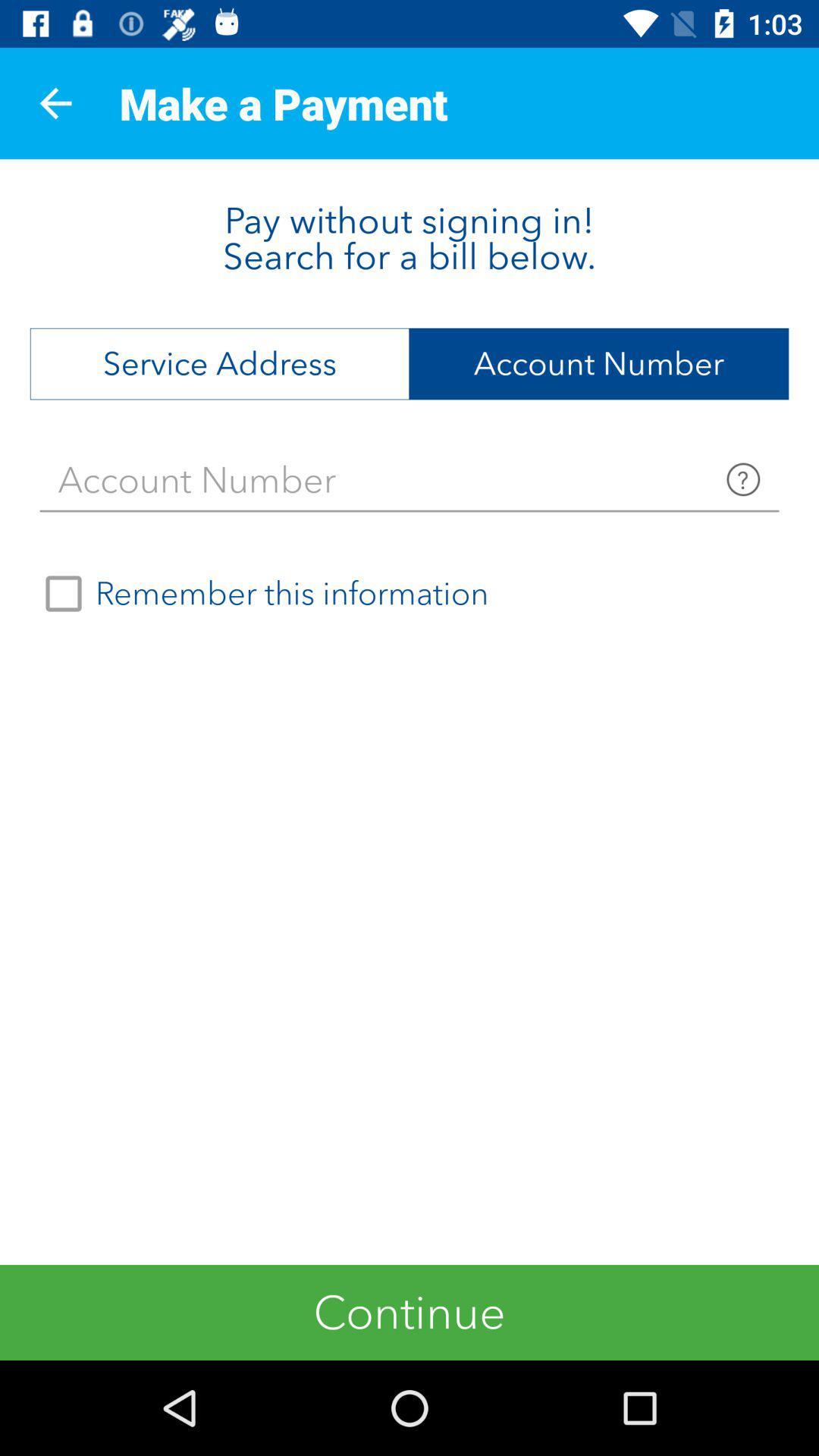  Describe the element at coordinates (219, 364) in the screenshot. I see `item next to account number item` at that location.